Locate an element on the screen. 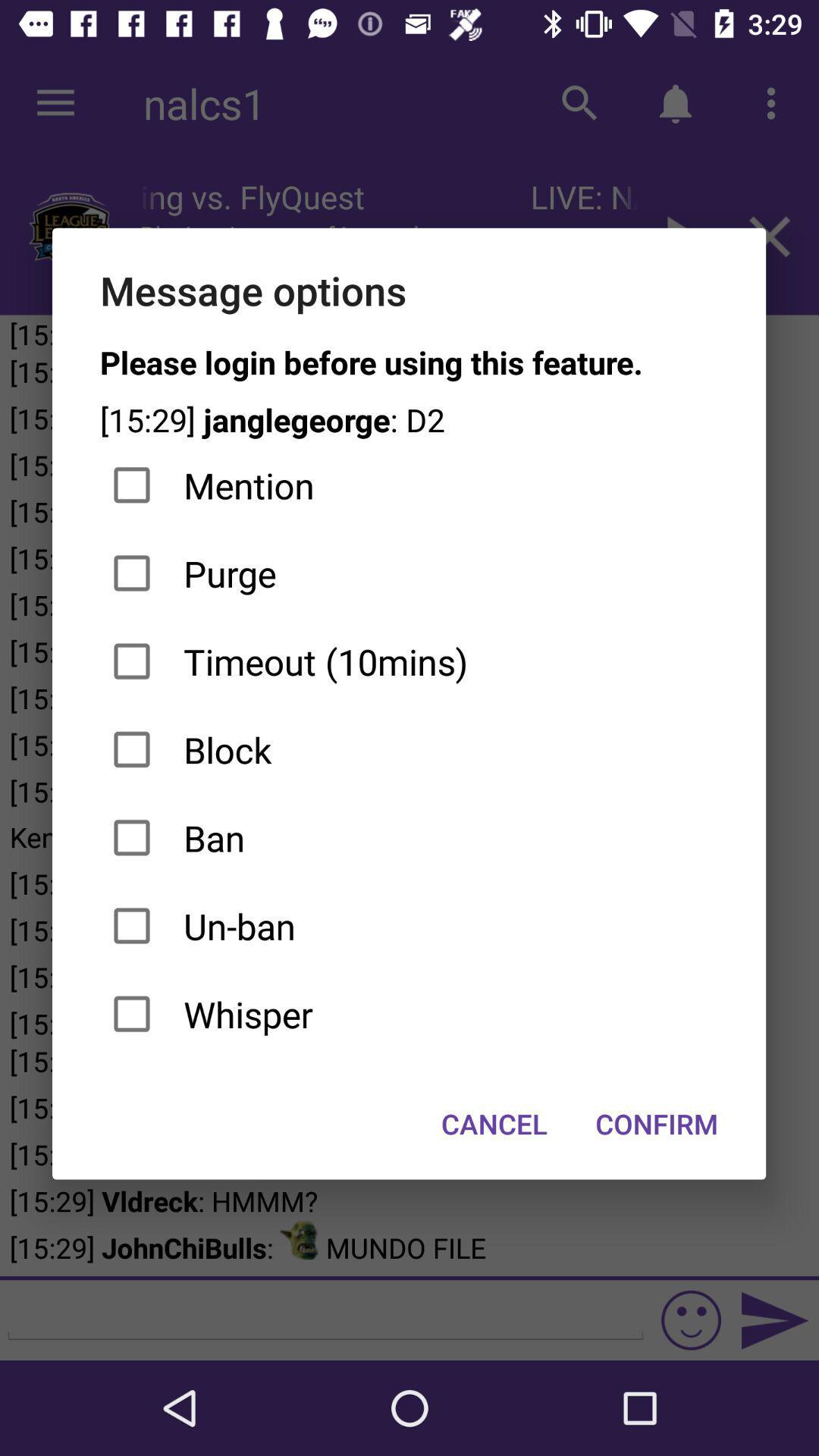 The width and height of the screenshot is (819, 1456). mention checkbox is located at coordinates (408, 485).